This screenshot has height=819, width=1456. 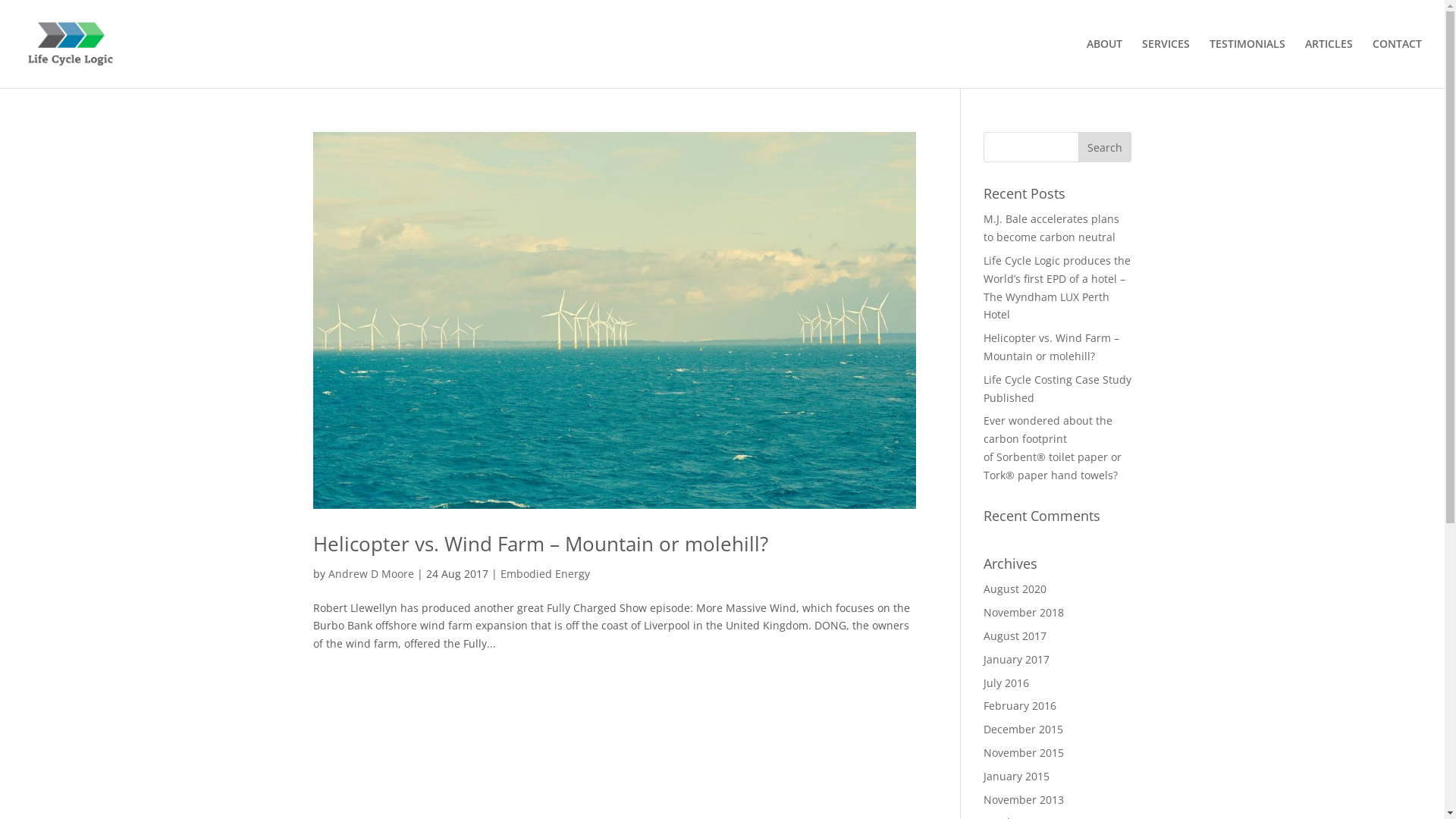 What do you see at coordinates (1372, 62) in the screenshot?
I see `'CONTACT'` at bounding box center [1372, 62].